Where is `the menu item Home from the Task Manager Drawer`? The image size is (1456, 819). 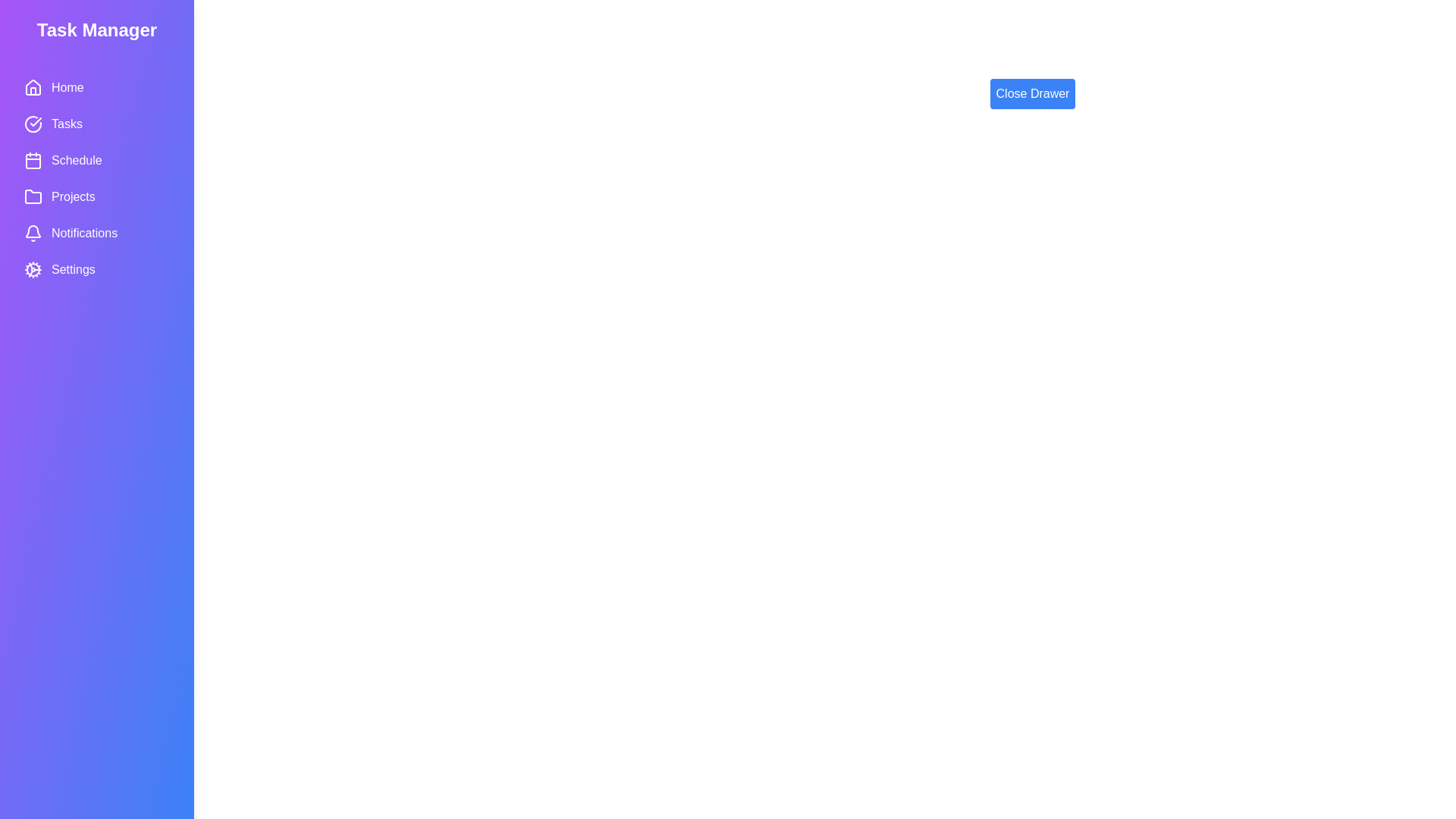
the menu item Home from the Task Manager Drawer is located at coordinates (96, 87).